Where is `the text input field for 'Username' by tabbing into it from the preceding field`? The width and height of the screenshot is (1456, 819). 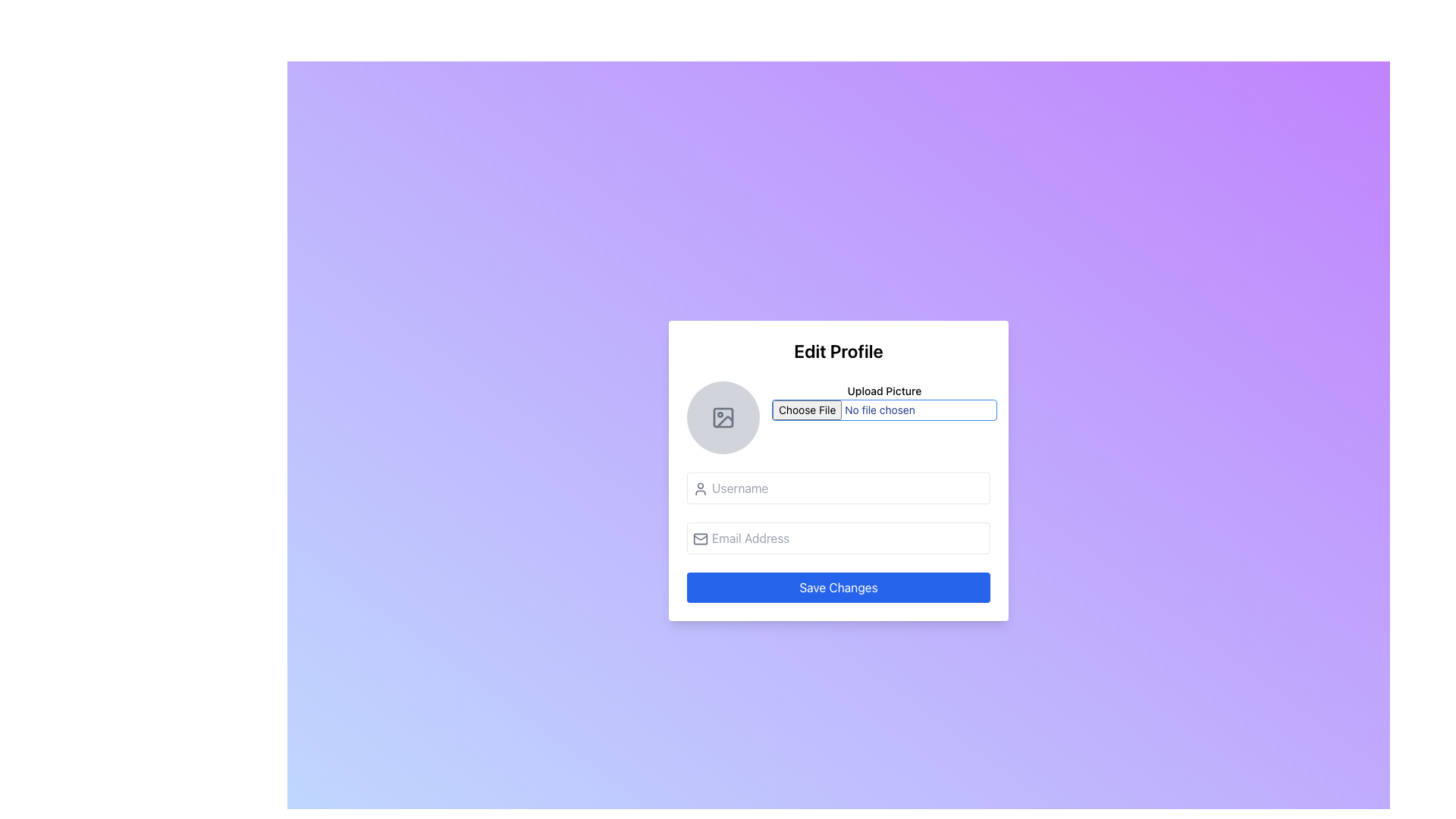 the text input field for 'Username' by tabbing into it from the preceding field is located at coordinates (837, 488).